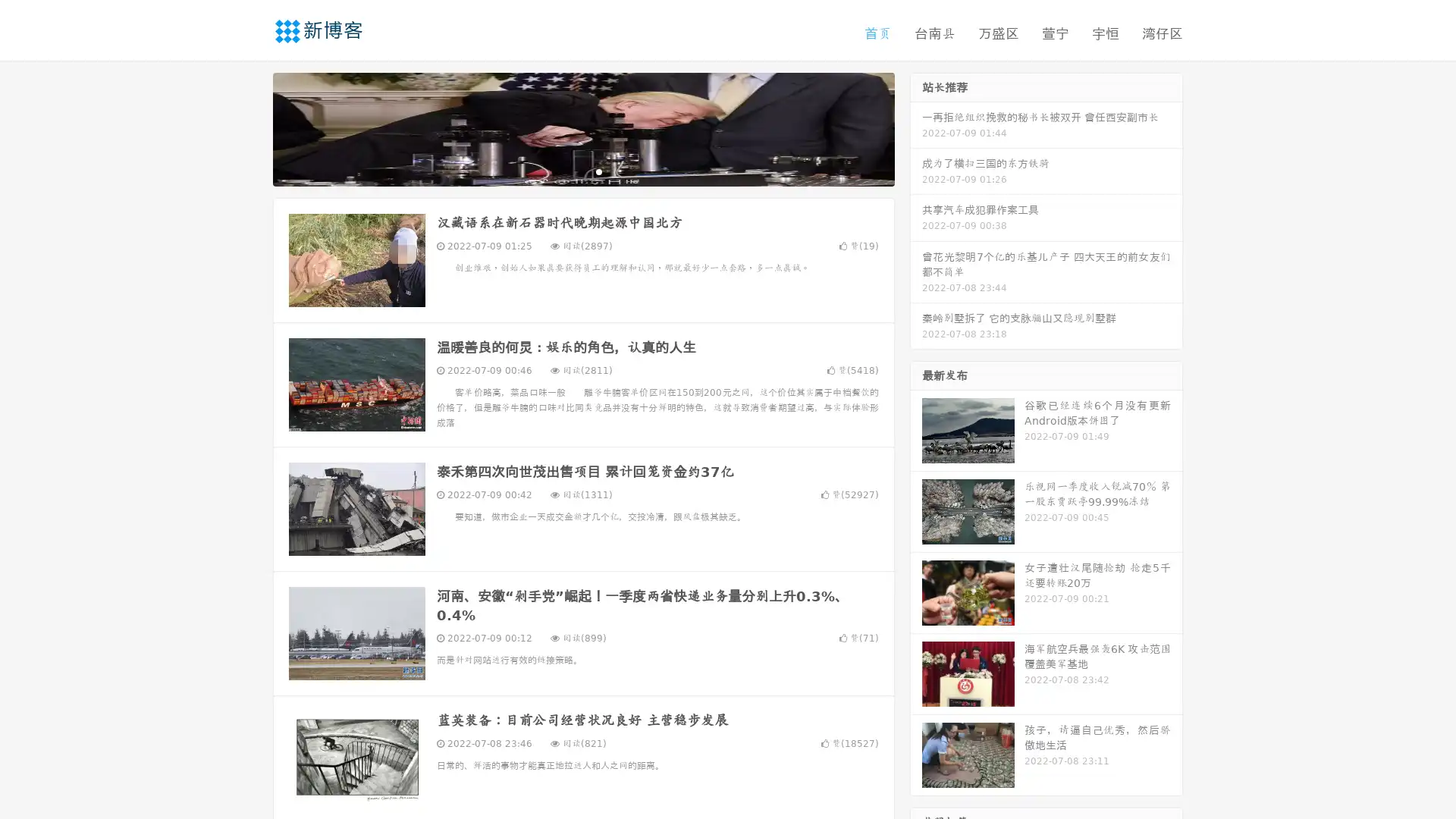 The width and height of the screenshot is (1456, 819). Describe the element at coordinates (598, 171) in the screenshot. I see `Go to slide 3` at that location.